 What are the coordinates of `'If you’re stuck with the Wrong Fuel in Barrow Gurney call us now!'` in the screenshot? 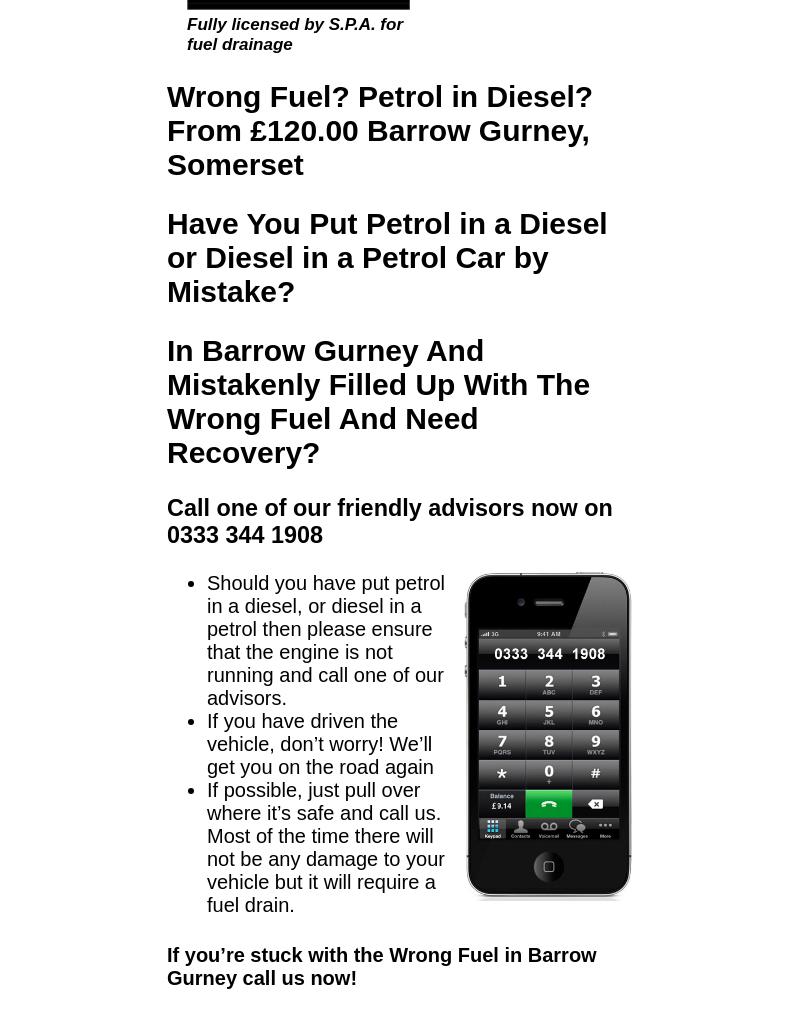 It's located at (166, 965).